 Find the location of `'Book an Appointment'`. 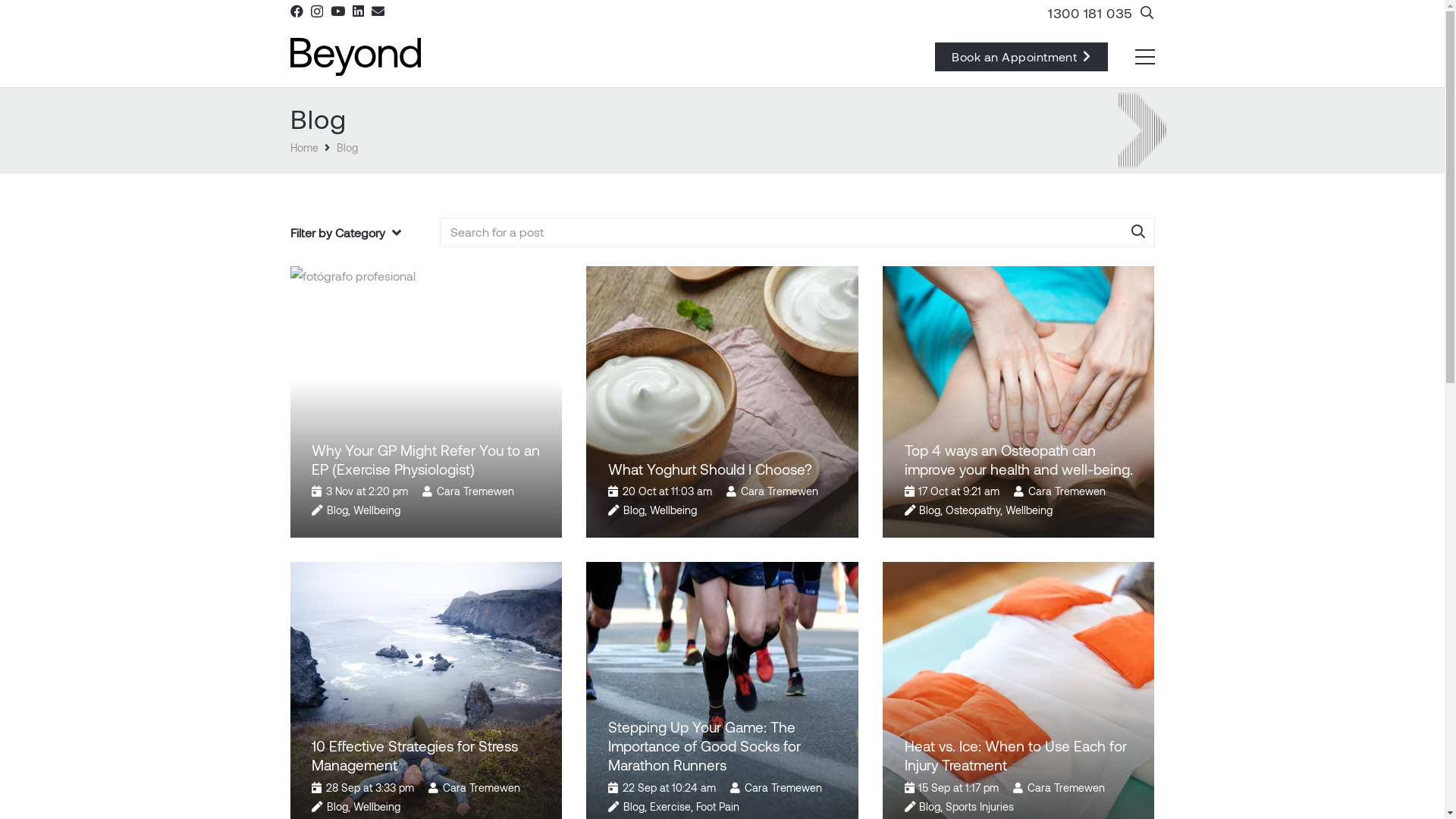

'Book an Appointment' is located at coordinates (1021, 55).